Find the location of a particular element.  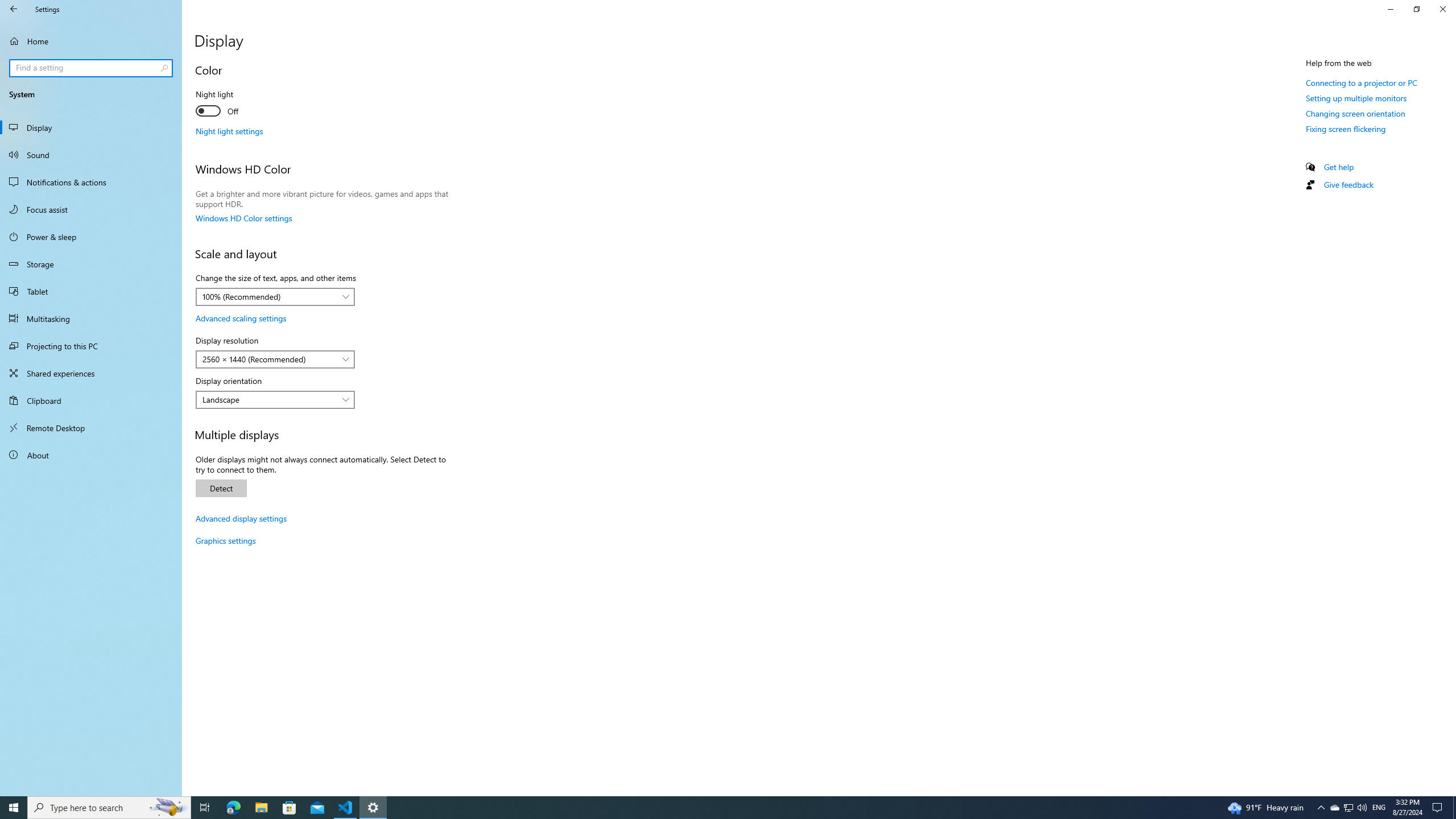

'Restore Settings' is located at coordinates (1416, 9).